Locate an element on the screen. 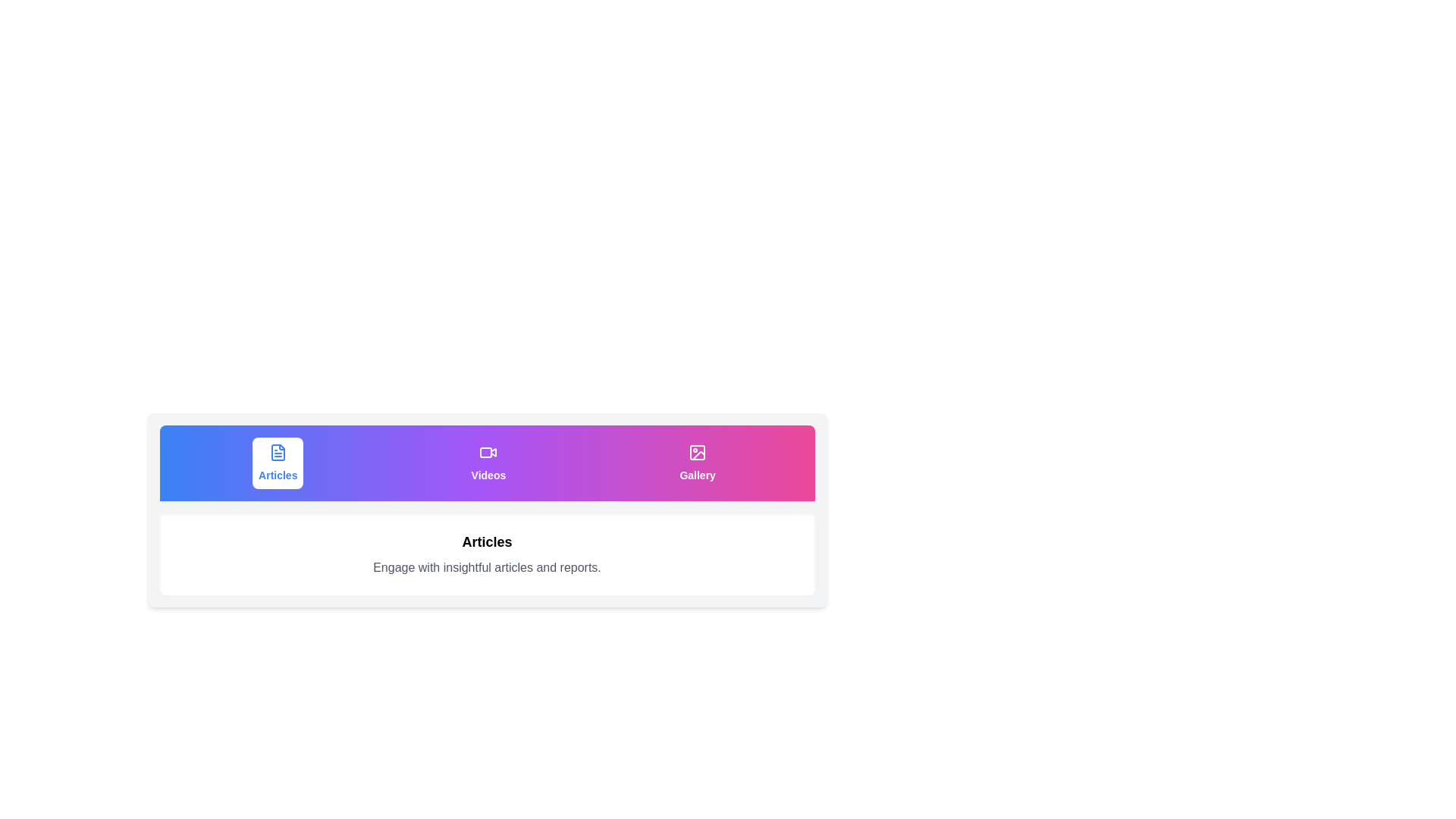  the tab button labeled 'Articles' to observe its animation is located at coordinates (278, 462).